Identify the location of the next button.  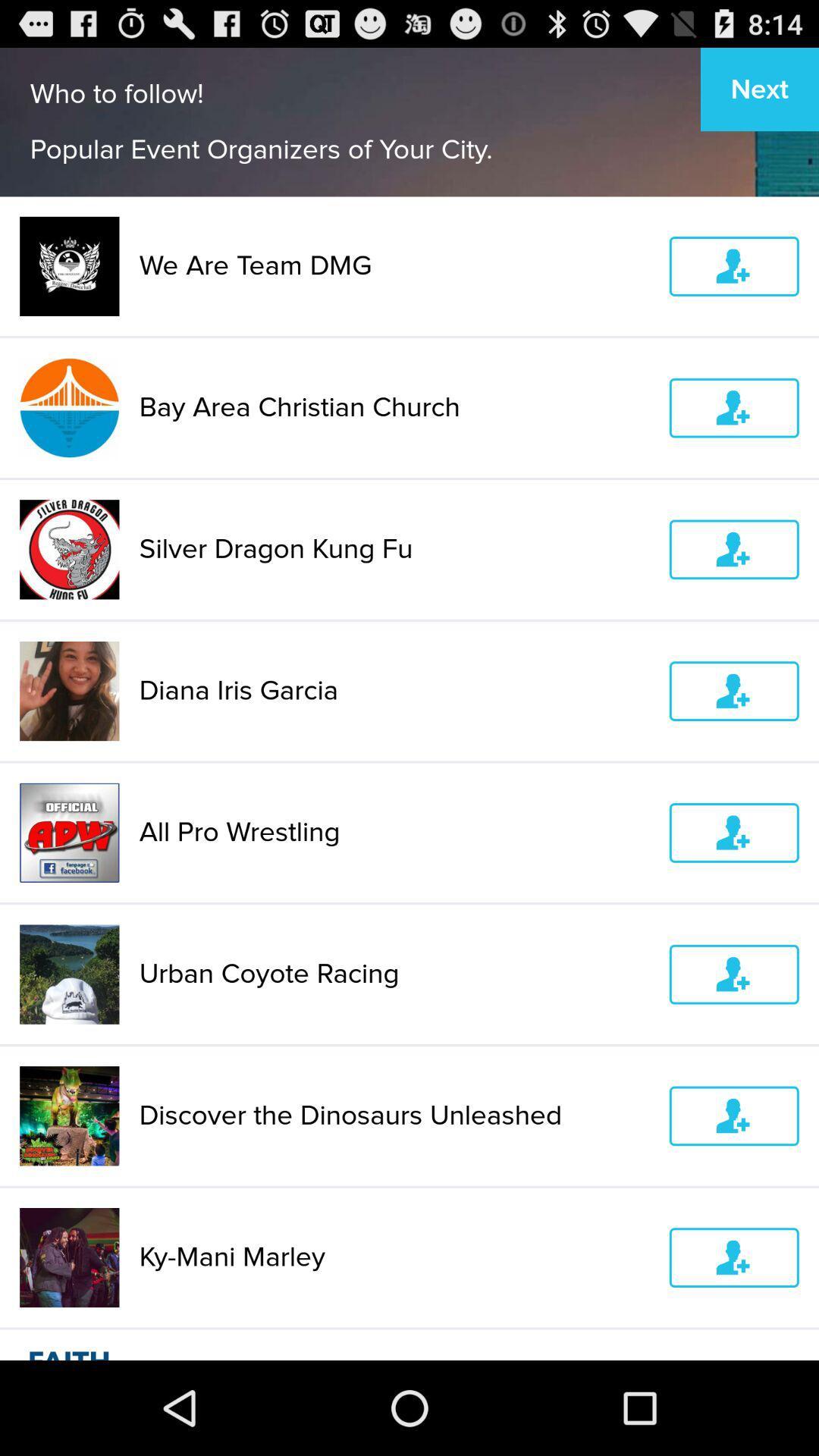
(760, 89).